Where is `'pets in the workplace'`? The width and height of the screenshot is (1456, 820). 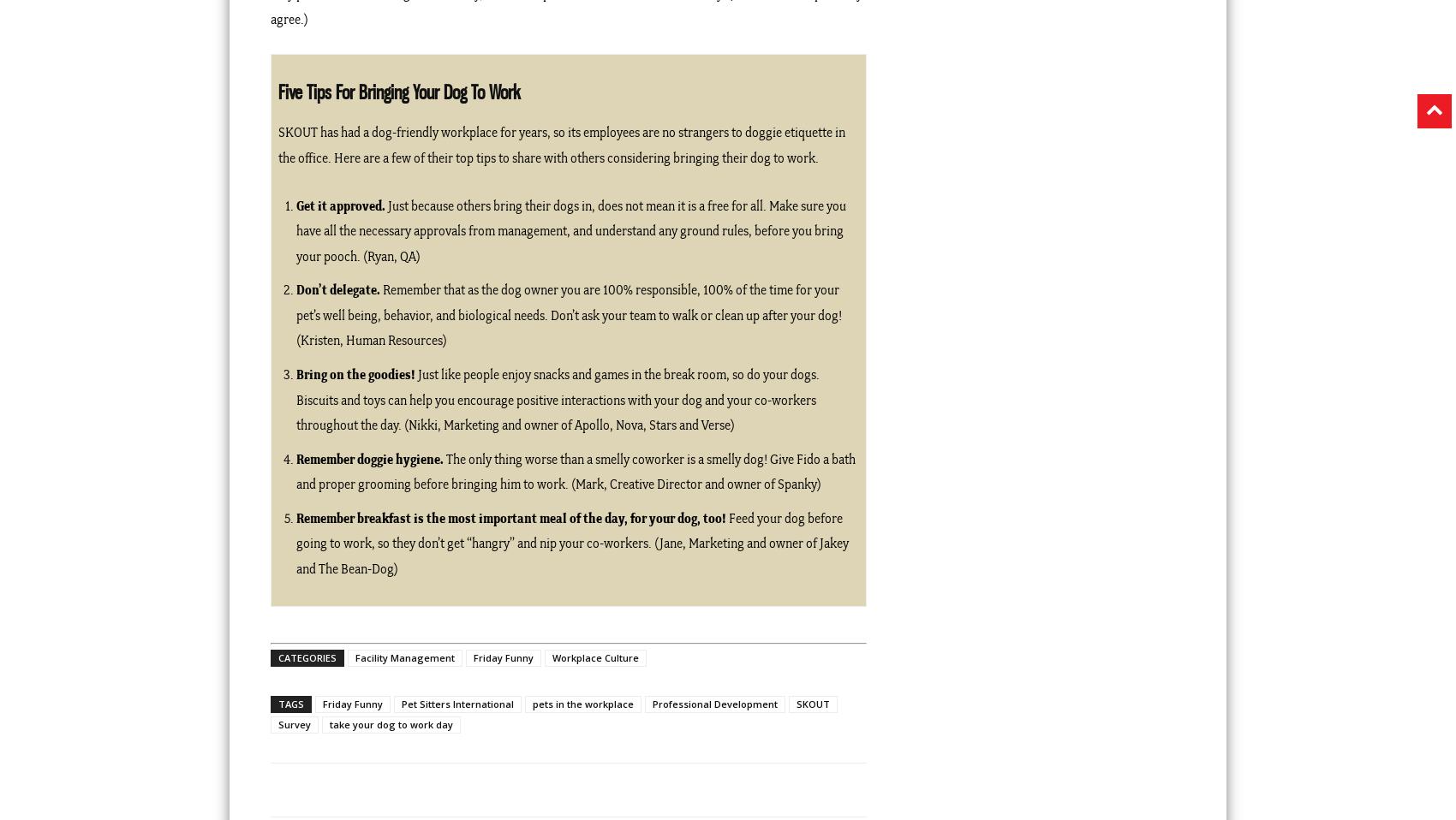
'pets in the workplace' is located at coordinates (532, 702).